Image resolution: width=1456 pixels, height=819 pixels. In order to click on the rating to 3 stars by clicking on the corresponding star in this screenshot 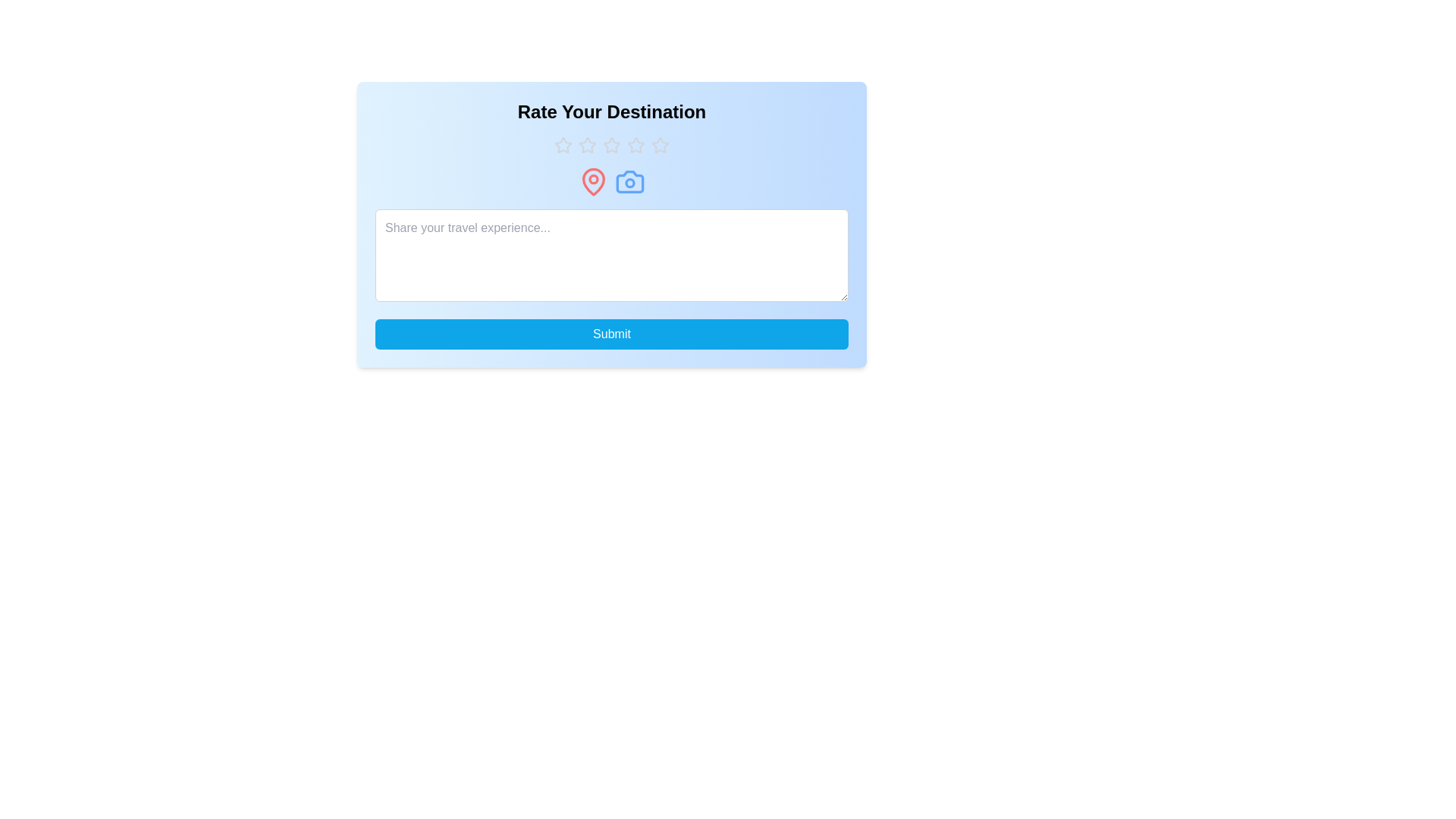, I will do `click(611, 146)`.